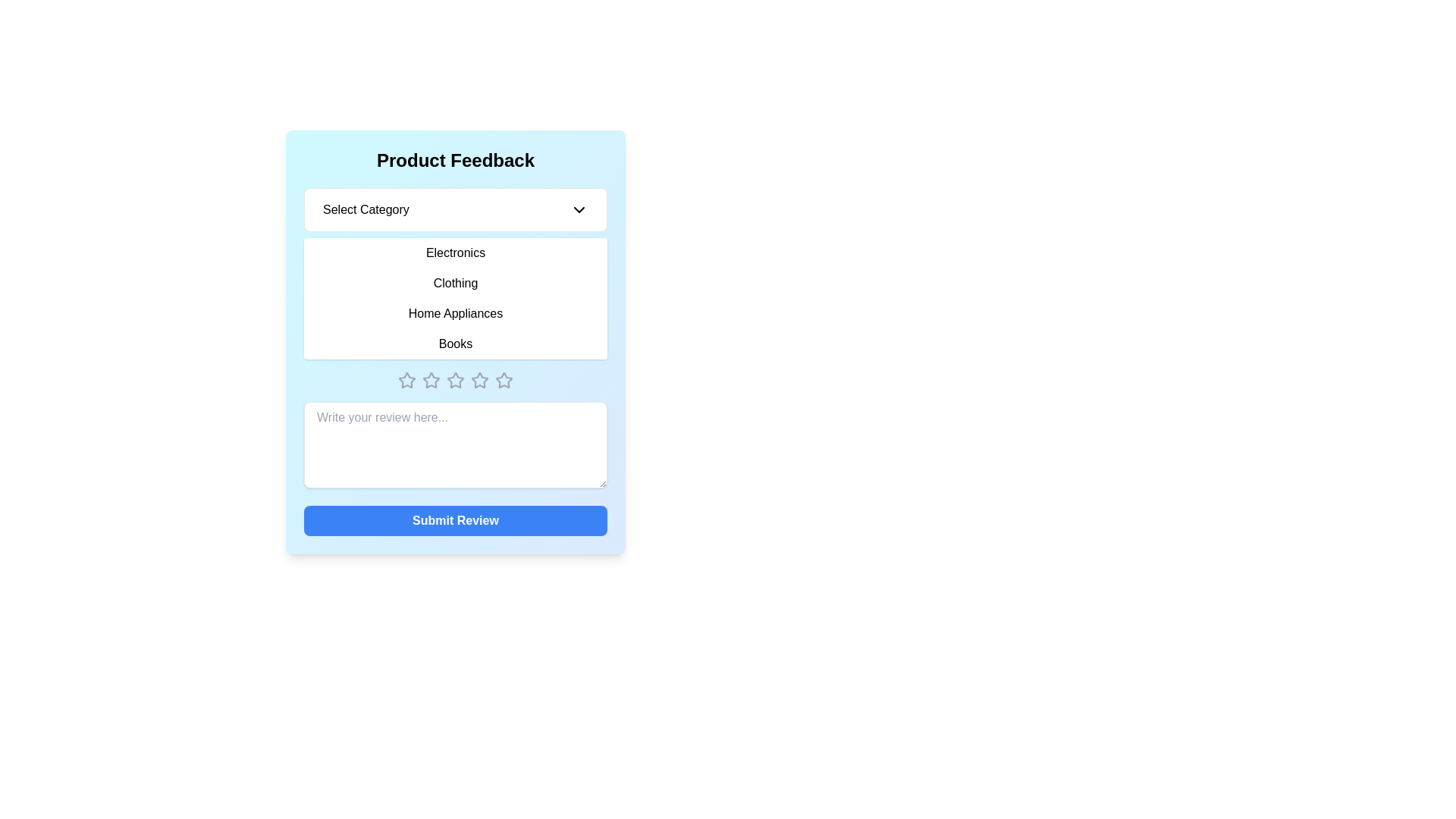 The image size is (1456, 819). I want to click on the fourth star icon in the horizontal row of five stars, so click(479, 379).